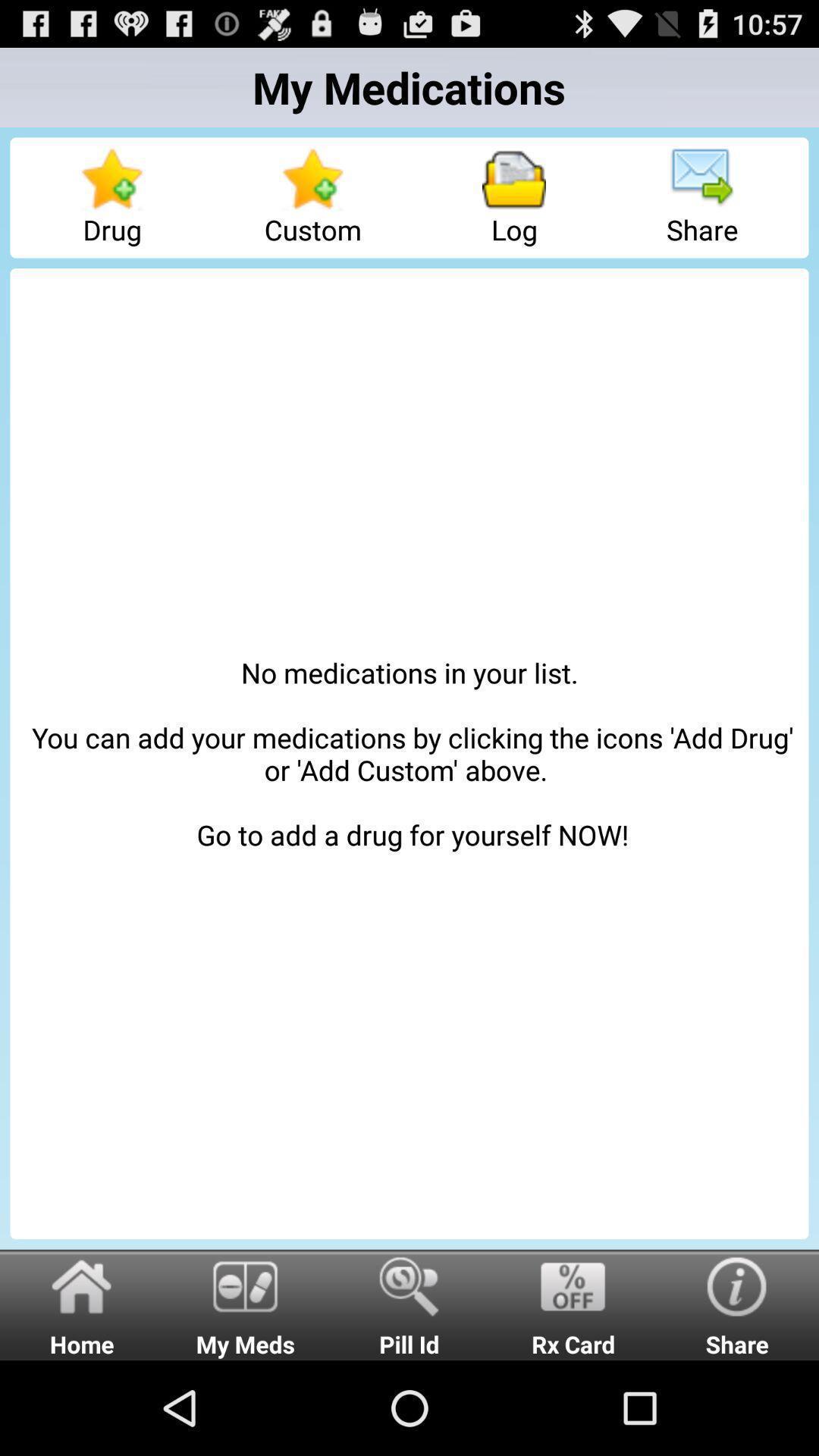  What do you see at coordinates (82, 1304) in the screenshot?
I see `icon below no medications in icon` at bounding box center [82, 1304].